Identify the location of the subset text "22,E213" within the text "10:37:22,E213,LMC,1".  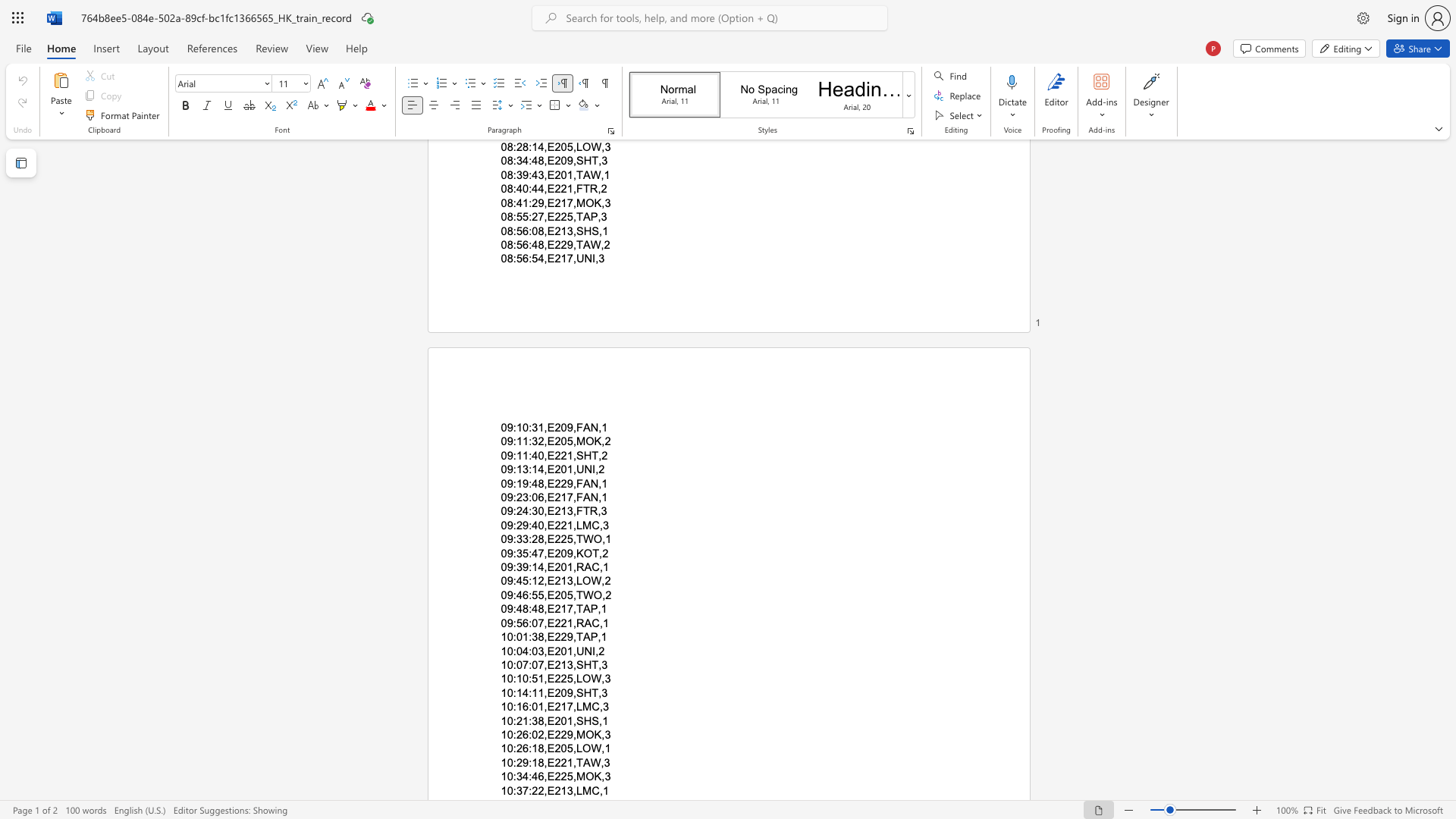
(532, 789).